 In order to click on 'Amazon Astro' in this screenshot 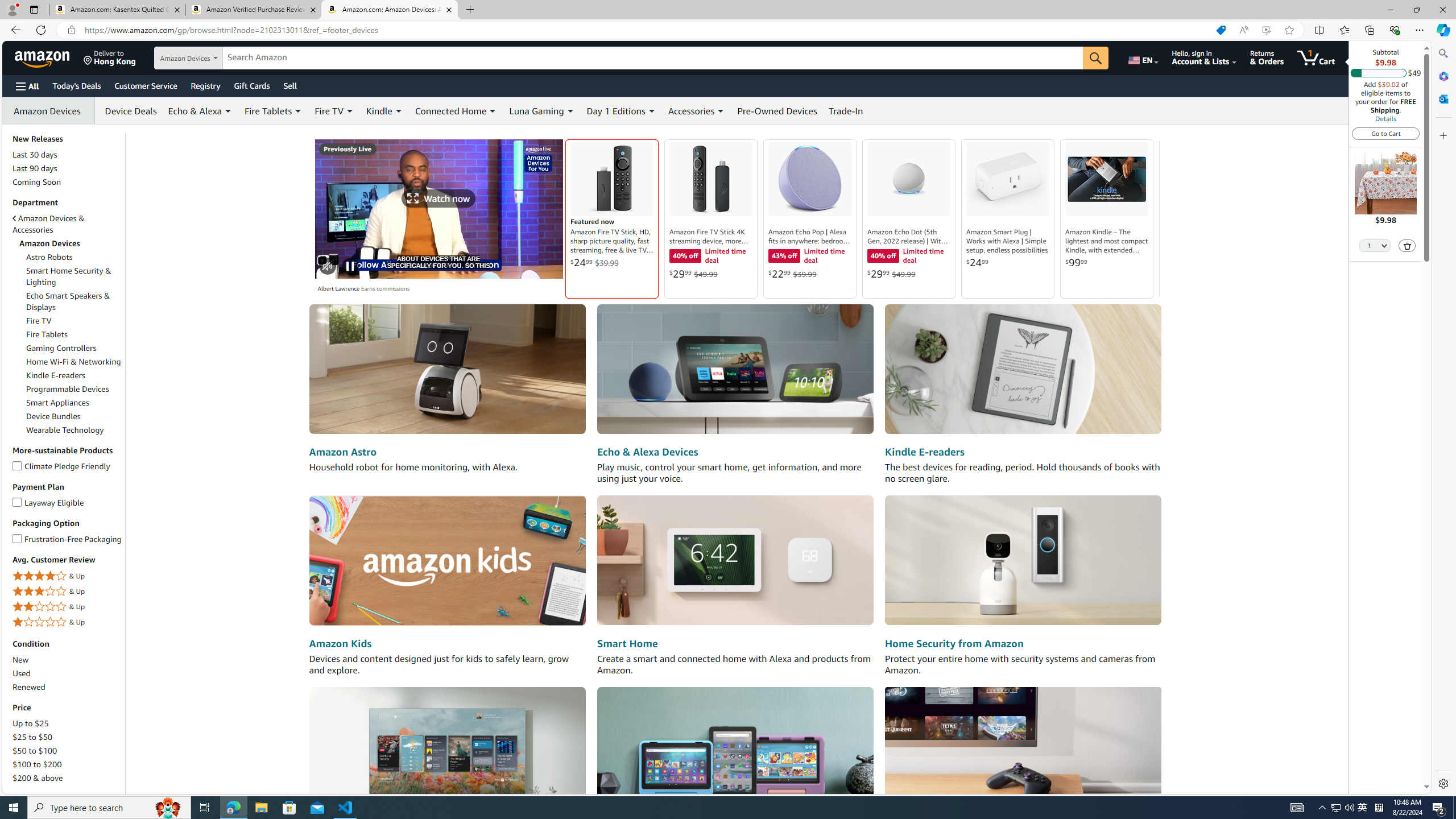, I will do `click(342, 451)`.